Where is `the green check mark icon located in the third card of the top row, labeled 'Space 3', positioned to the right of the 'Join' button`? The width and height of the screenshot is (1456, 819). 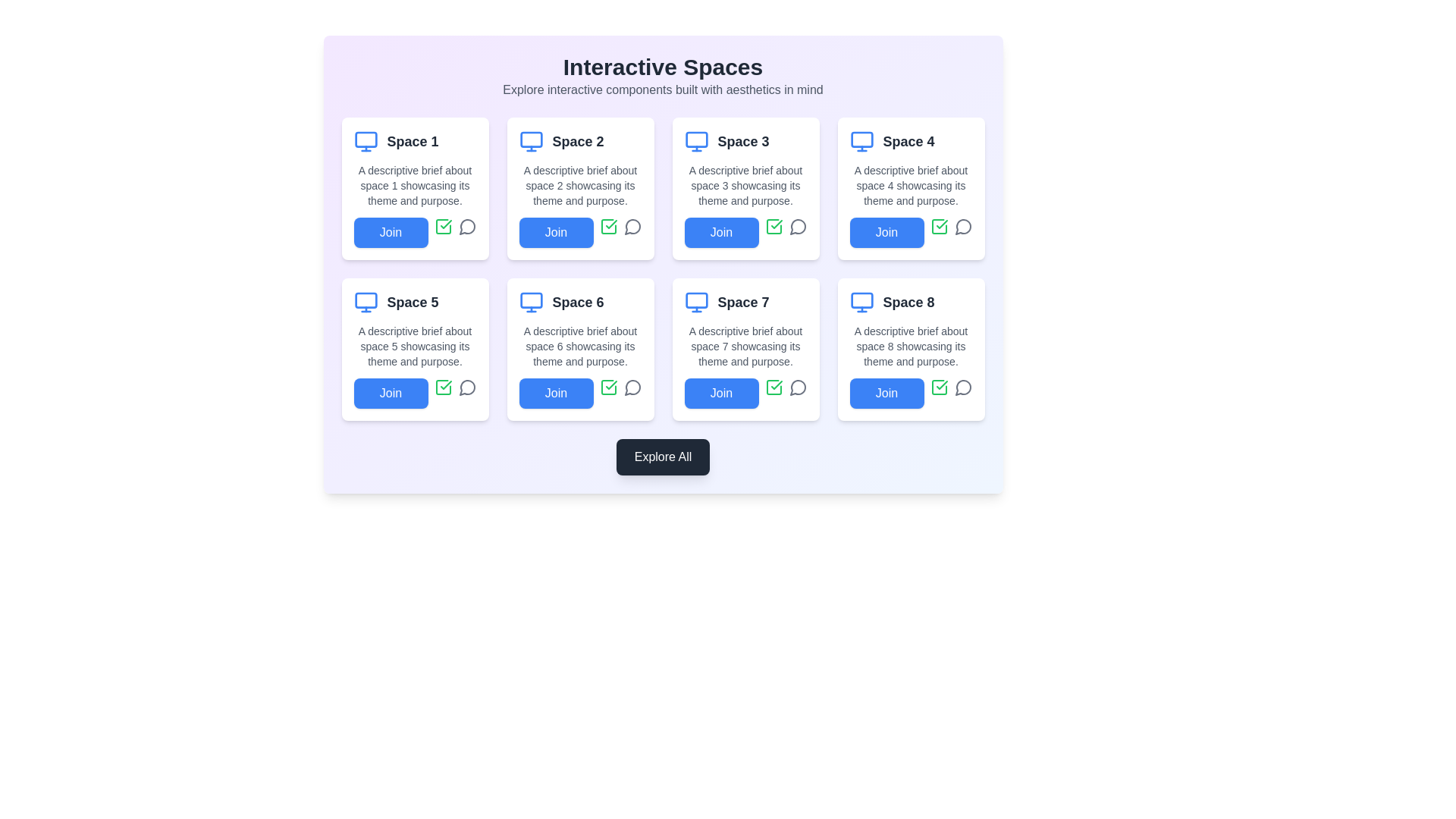 the green check mark icon located in the third card of the top row, labeled 'Space 3', positioned to the right of the 'Join' button is located at coordinates (776, 224).